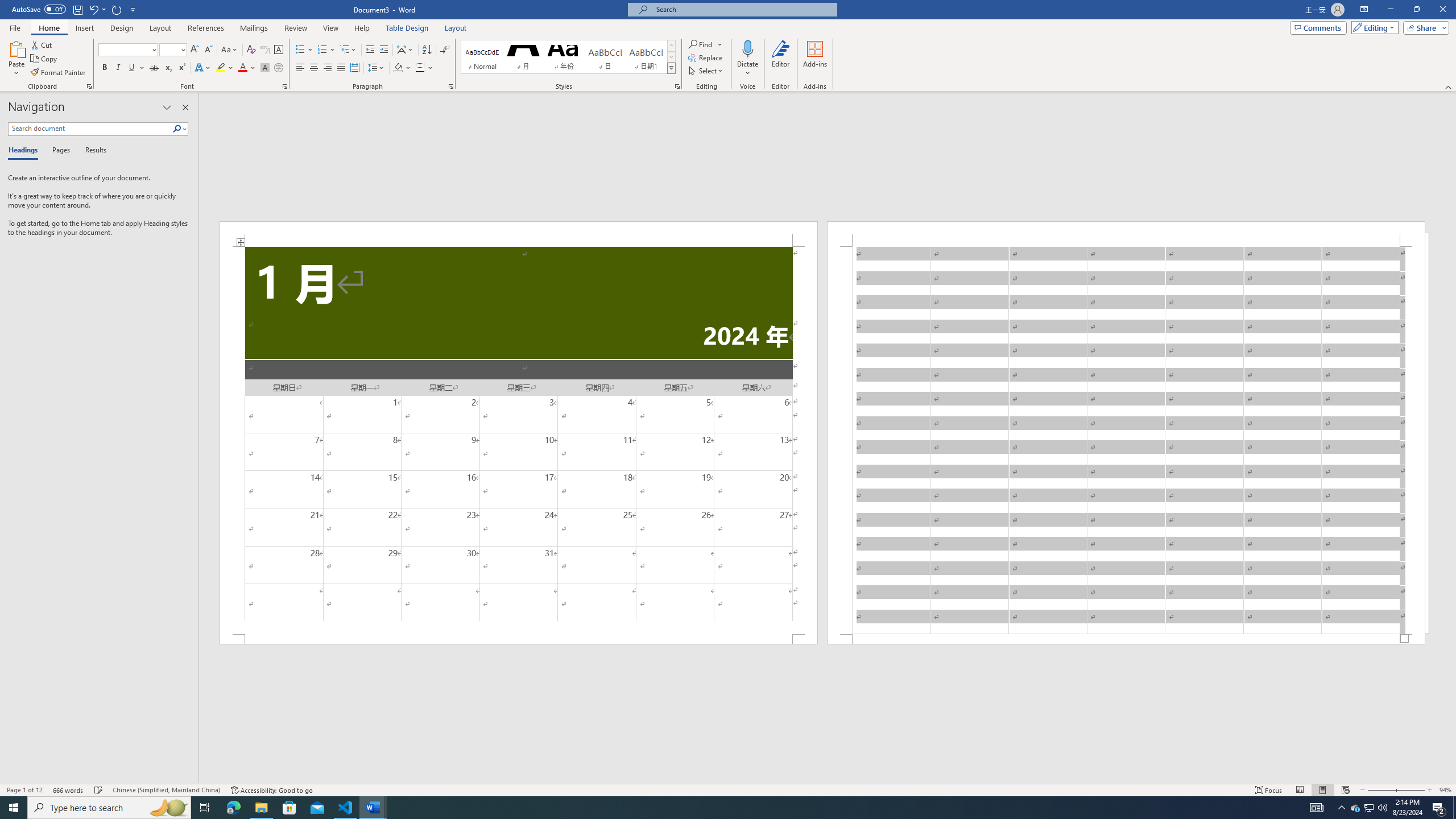  What do you see at coordinates (42, 44) in the screenshot?
I see `'Cut'` at bounding box center [42, 44].